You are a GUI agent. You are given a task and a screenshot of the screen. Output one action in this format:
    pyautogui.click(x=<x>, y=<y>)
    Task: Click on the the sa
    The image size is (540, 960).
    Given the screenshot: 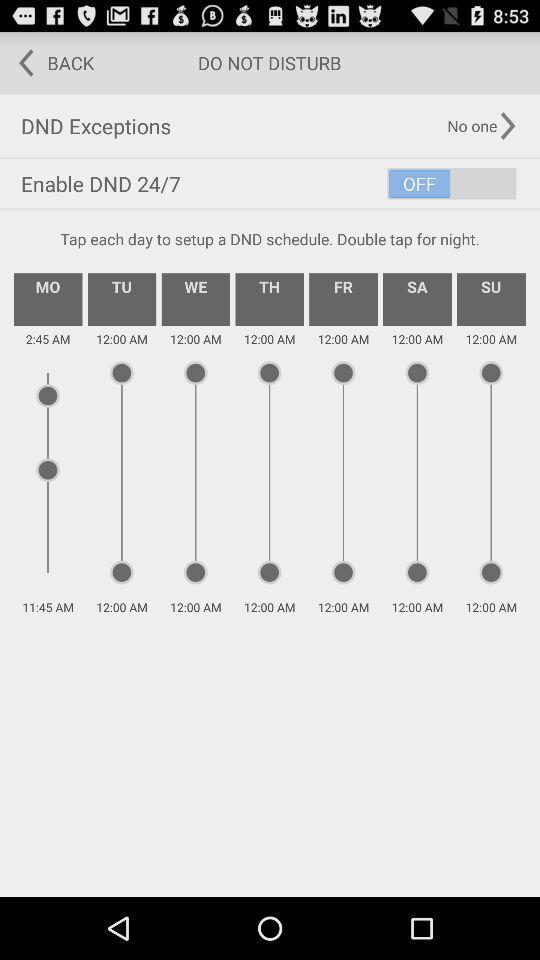 What is the action you would take?
    pyautogui.click(x=416, y=298)
    